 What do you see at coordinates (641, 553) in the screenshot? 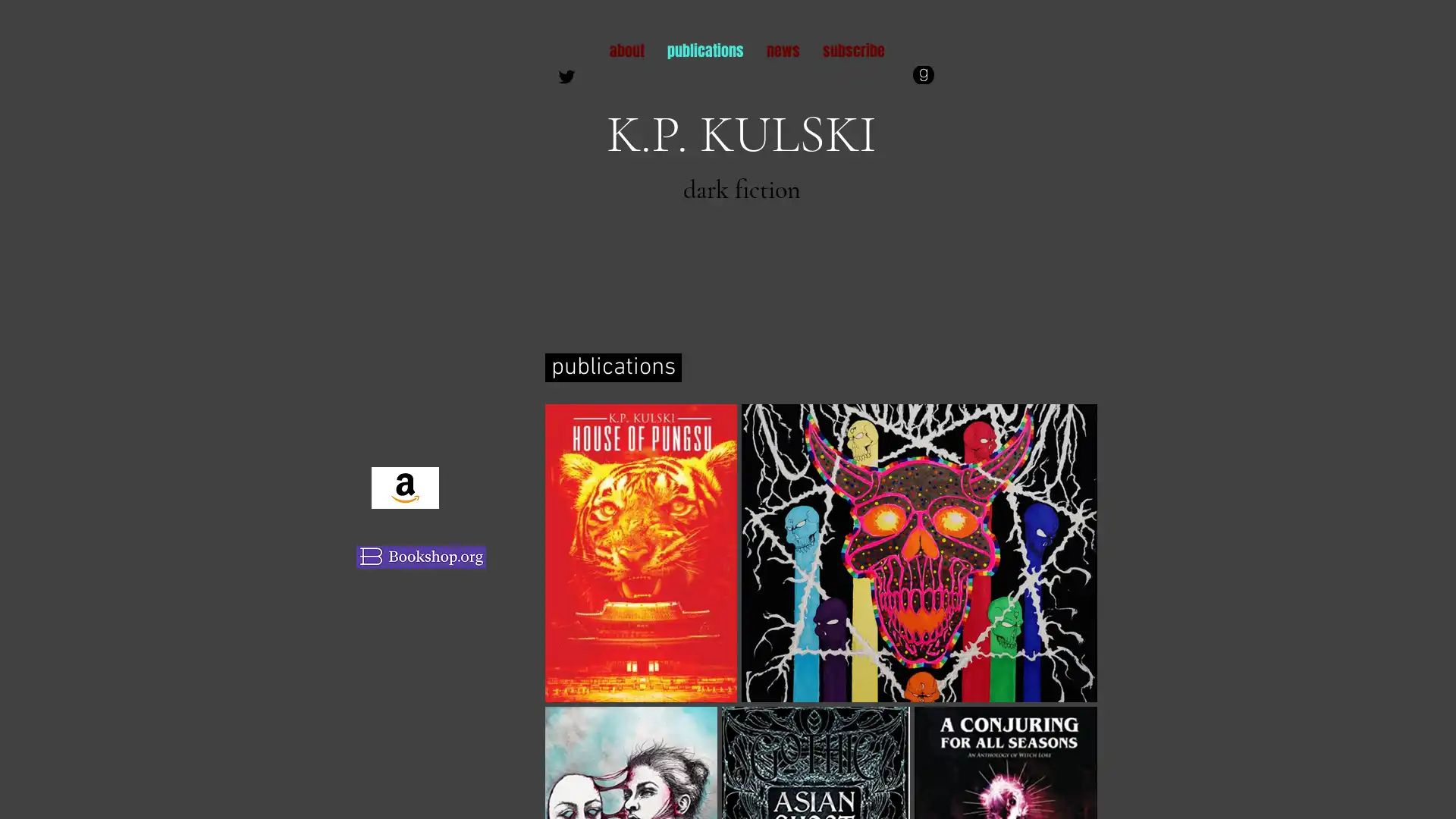
I see `HOUSE OF PUNGSU - (Novella) Coming September 2022!` at bounding box center [641, 553].